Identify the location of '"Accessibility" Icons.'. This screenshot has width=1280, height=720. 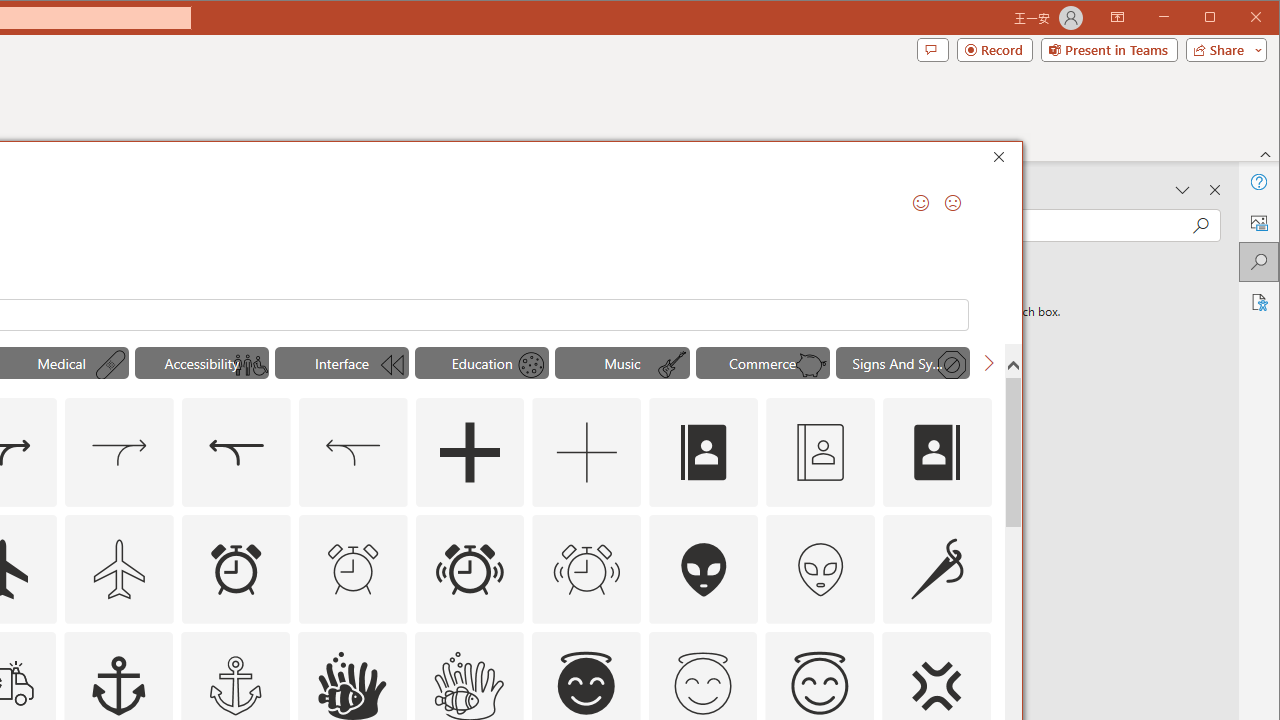
(201, 362).